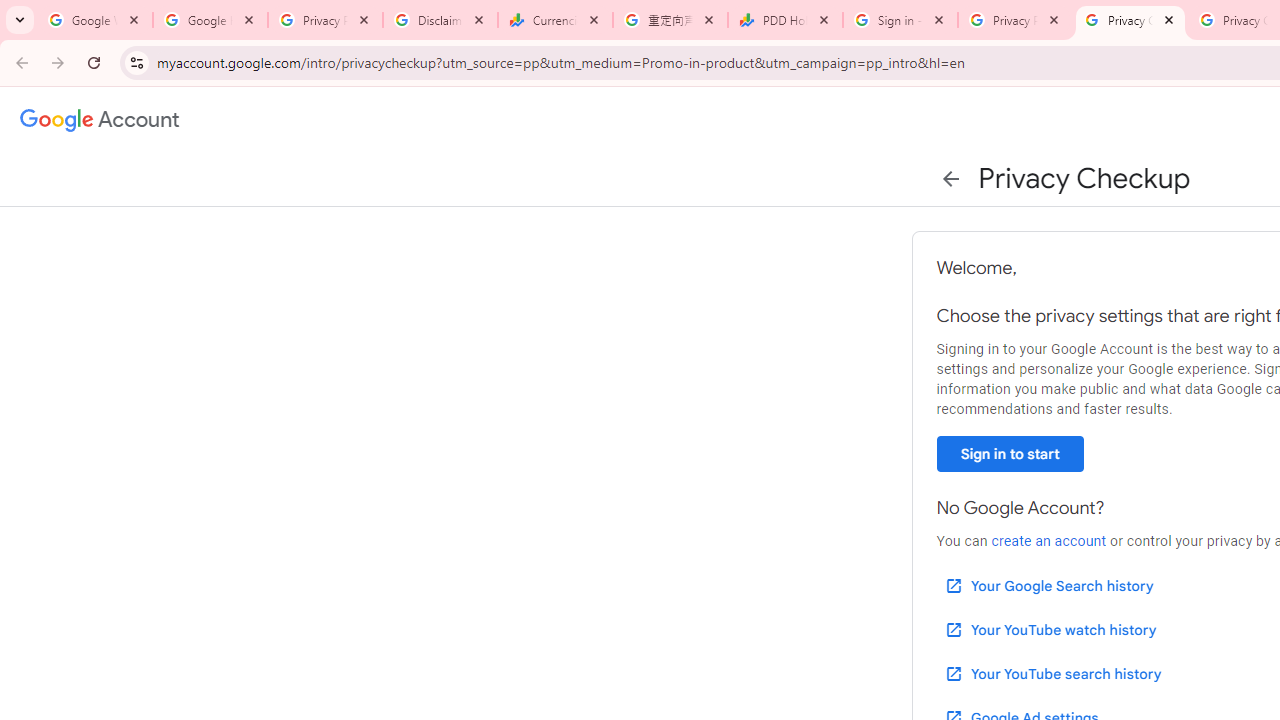 Image resolution: width=1280 pixels, height=720 pixels. What do you see at coordinates (555, 20) in the screenshot?
I see `'Currencies - Google Finance'` at bounding box center [555, 20].